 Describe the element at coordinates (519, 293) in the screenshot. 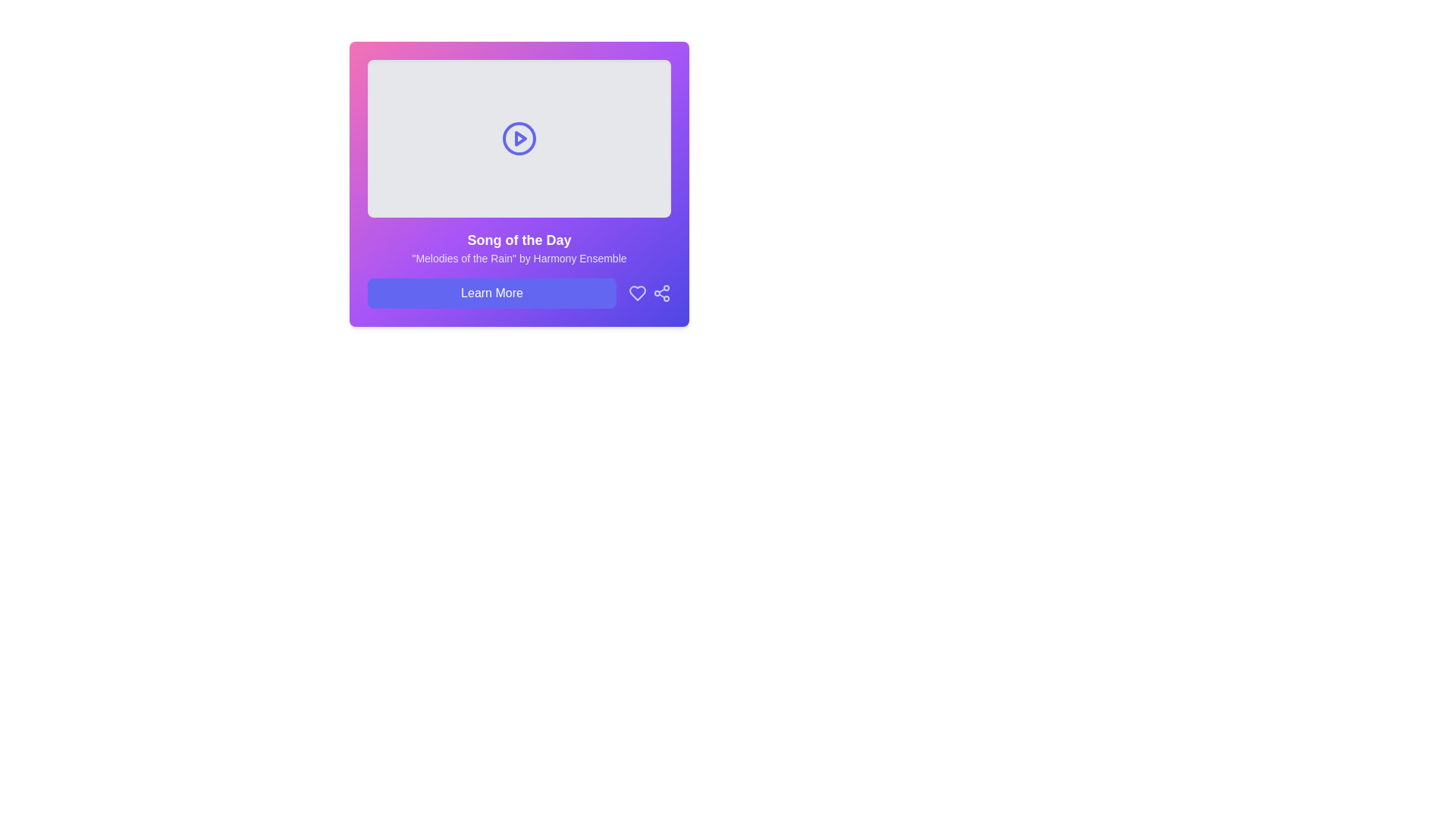

I see `the button located near the bottom-center of a rounded rectangular card with a purple gradient background, which is the leftmost element in a horizontal alignment with an icon to its right` at that location.